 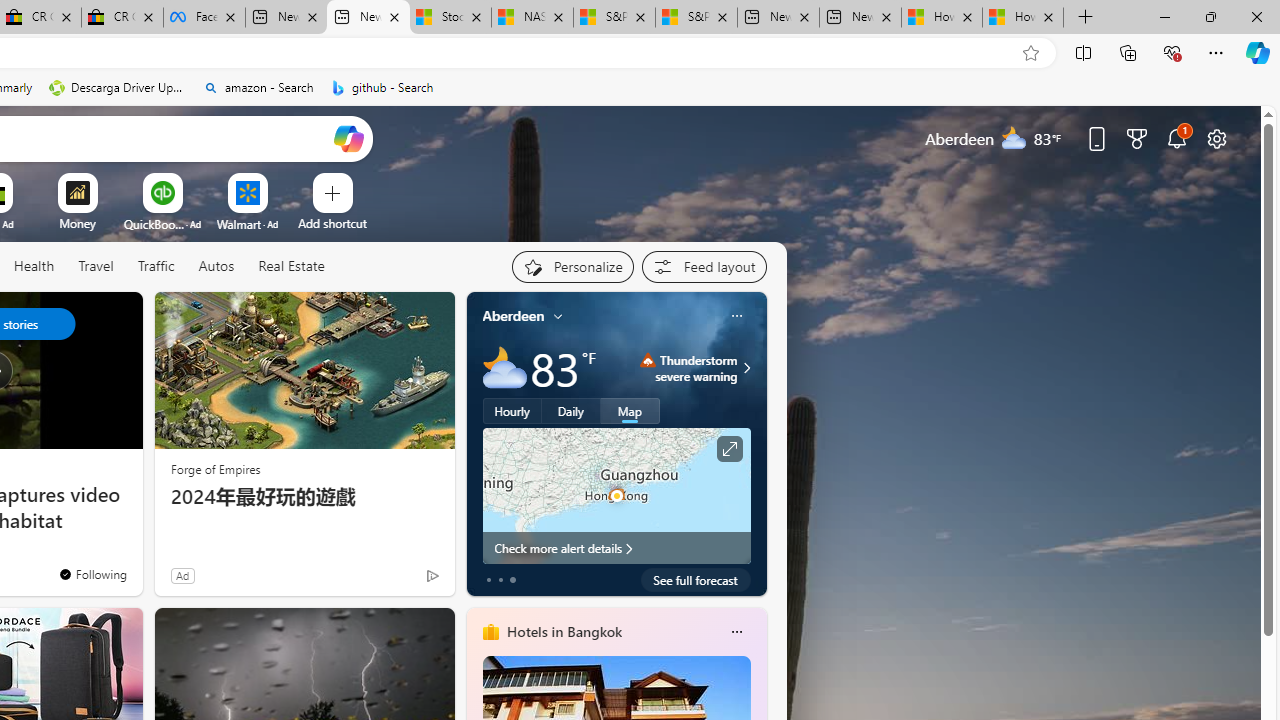 What do you see at coordinates (290, 266) in the screenshot?
I see `'Real Estate'` at bounding box center [290, 266].